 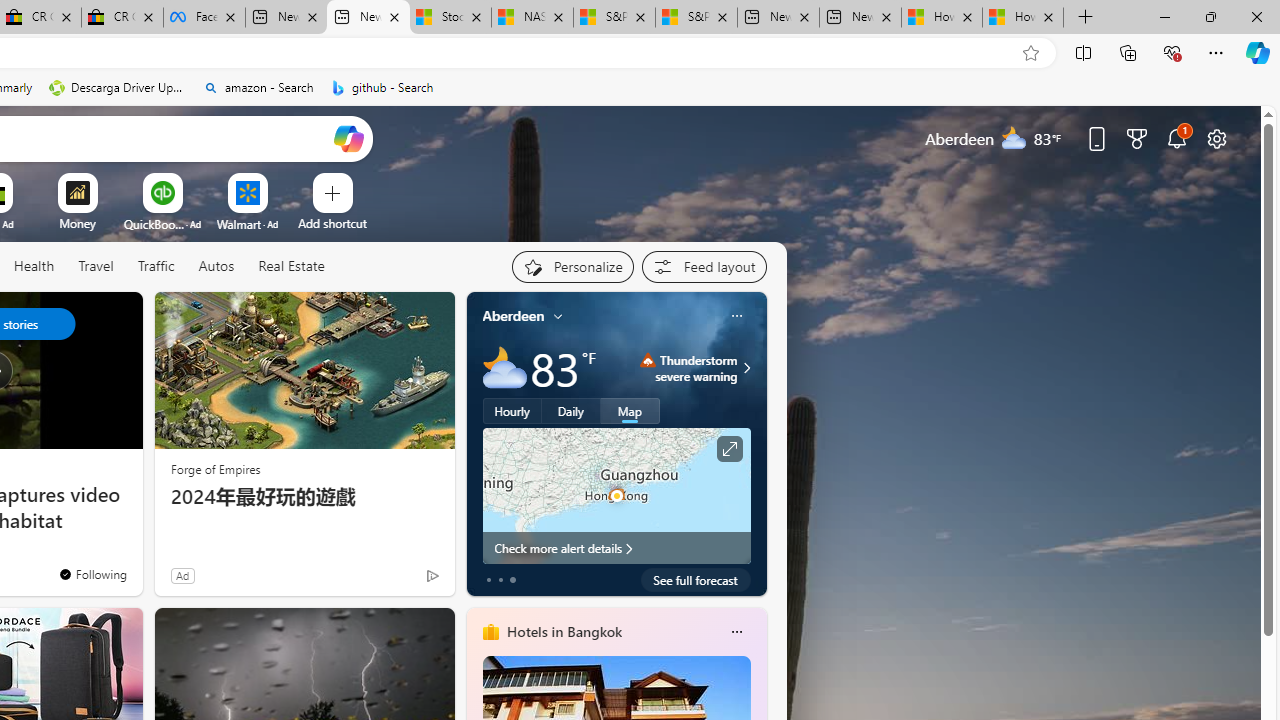 What do you see at coordinates (290, 266) in the screenshot?
I see `'Real Estate'` at bounding box center [290, 266].